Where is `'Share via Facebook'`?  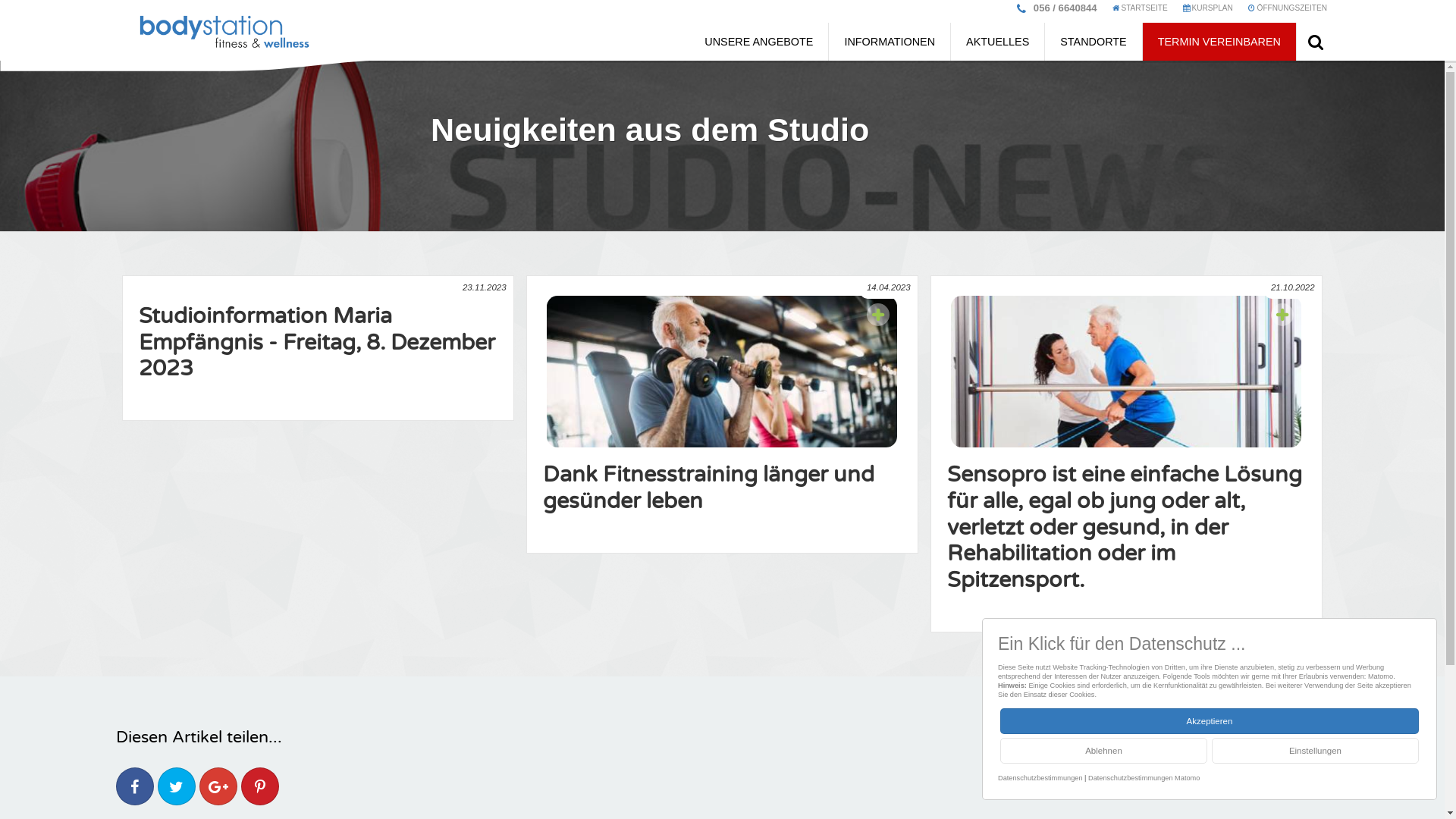 'Share via Facebook' is located at coordinates (134, 786).